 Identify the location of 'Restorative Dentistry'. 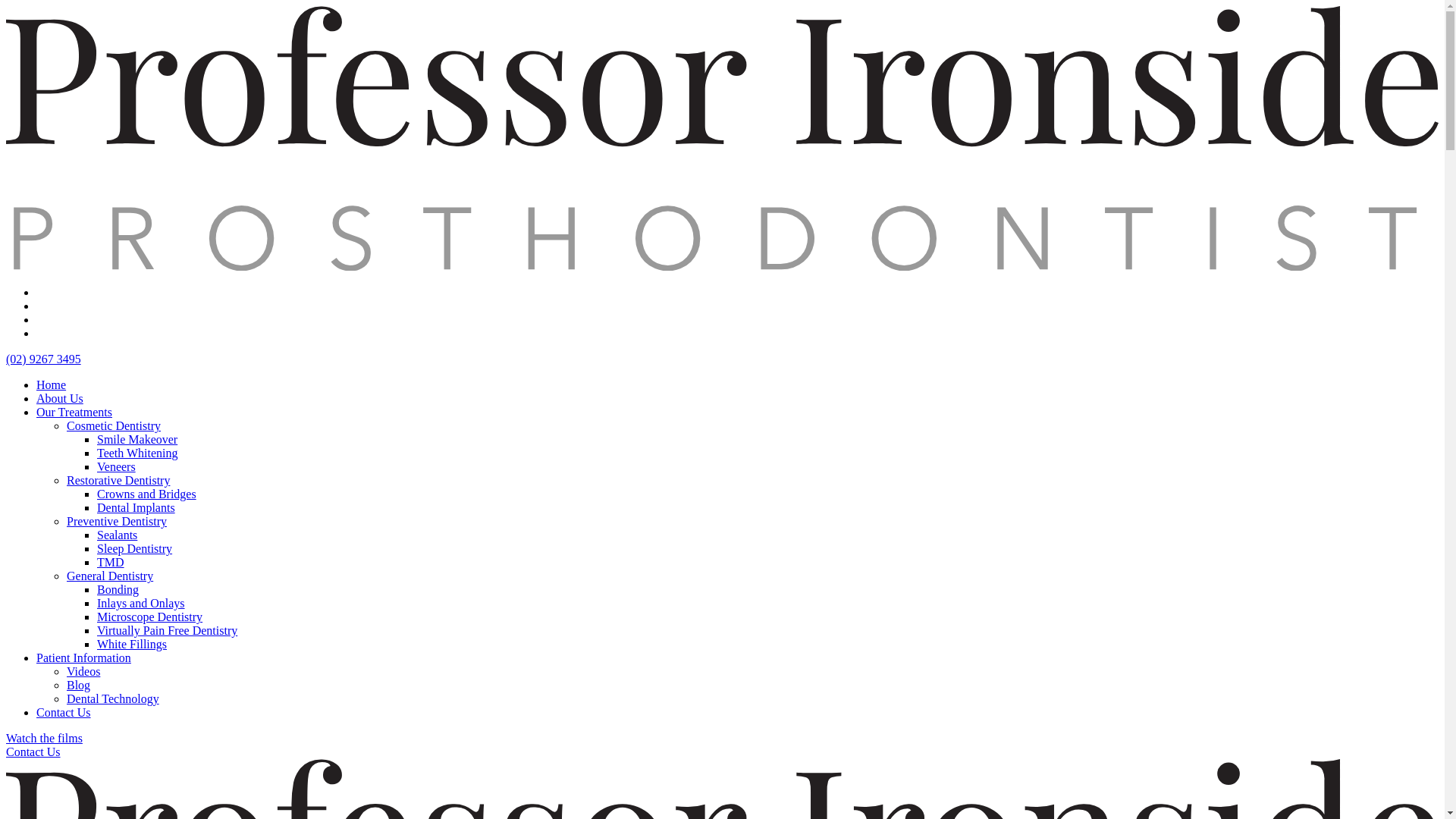
(118, 480).